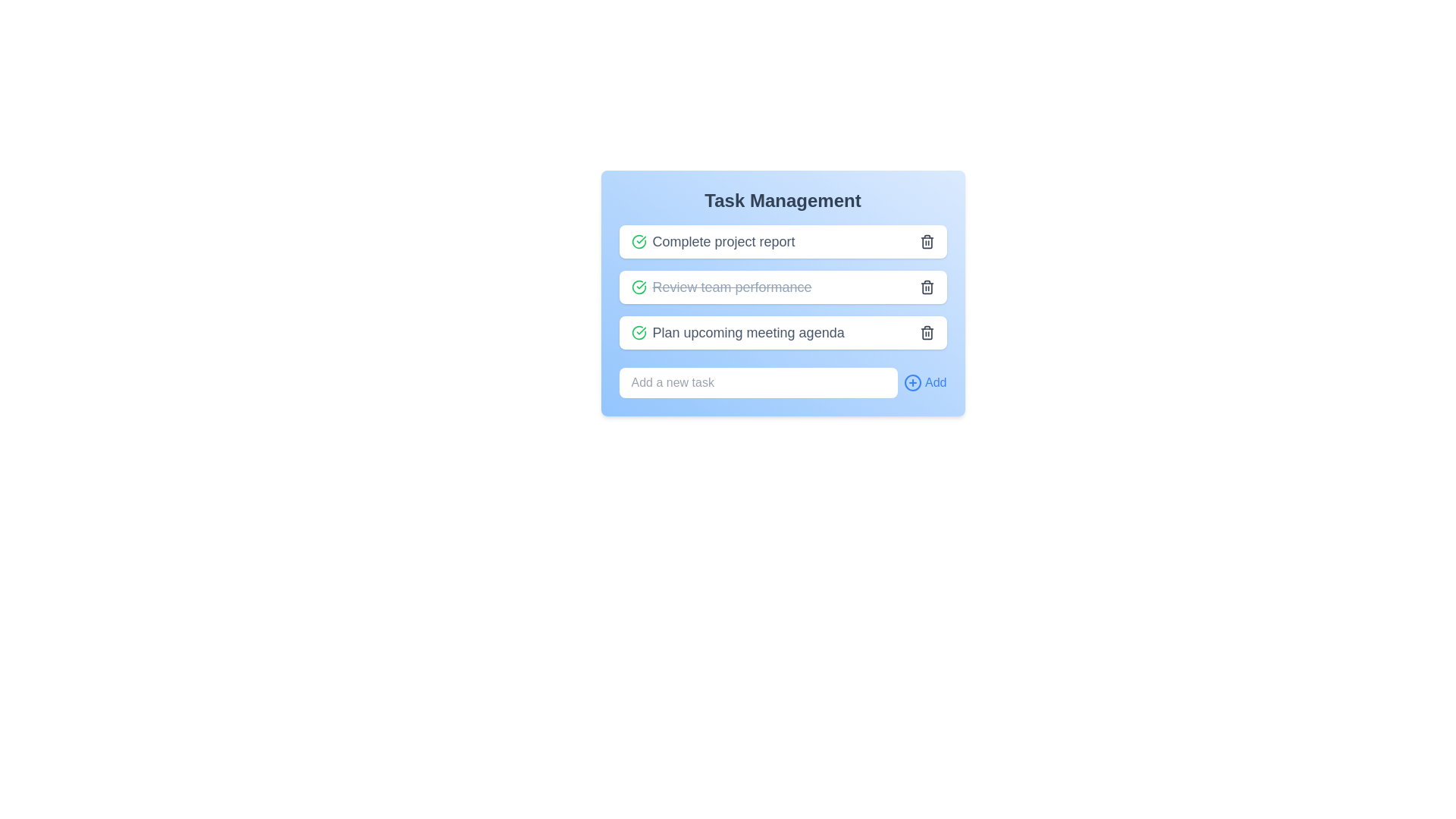 This screenshot has height=819, width=1456. I want to click on the clickable icon button located to the left of the text 'Complete project report' in the first task entry of the vertical list, so click(639, 241).